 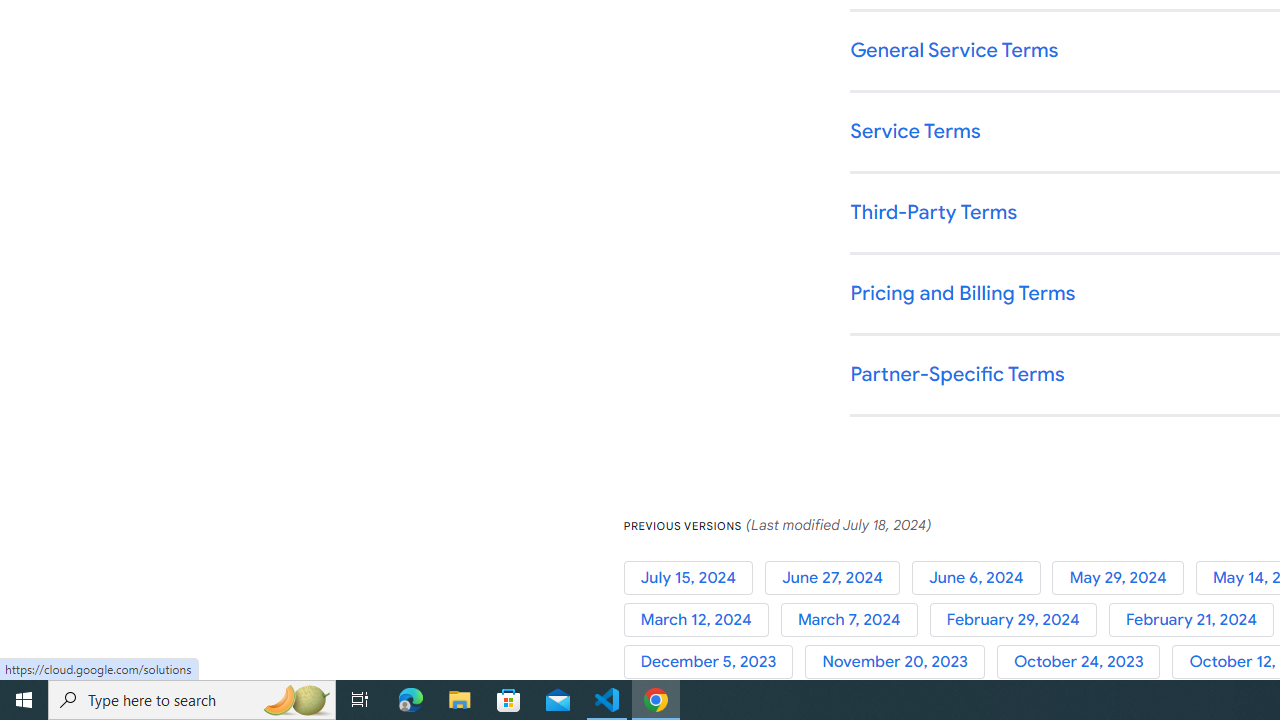 What do you see at coordinates (855, 619) in the screenshot?
I see `'March 7, 2024'` at bounding box center [855, 619].